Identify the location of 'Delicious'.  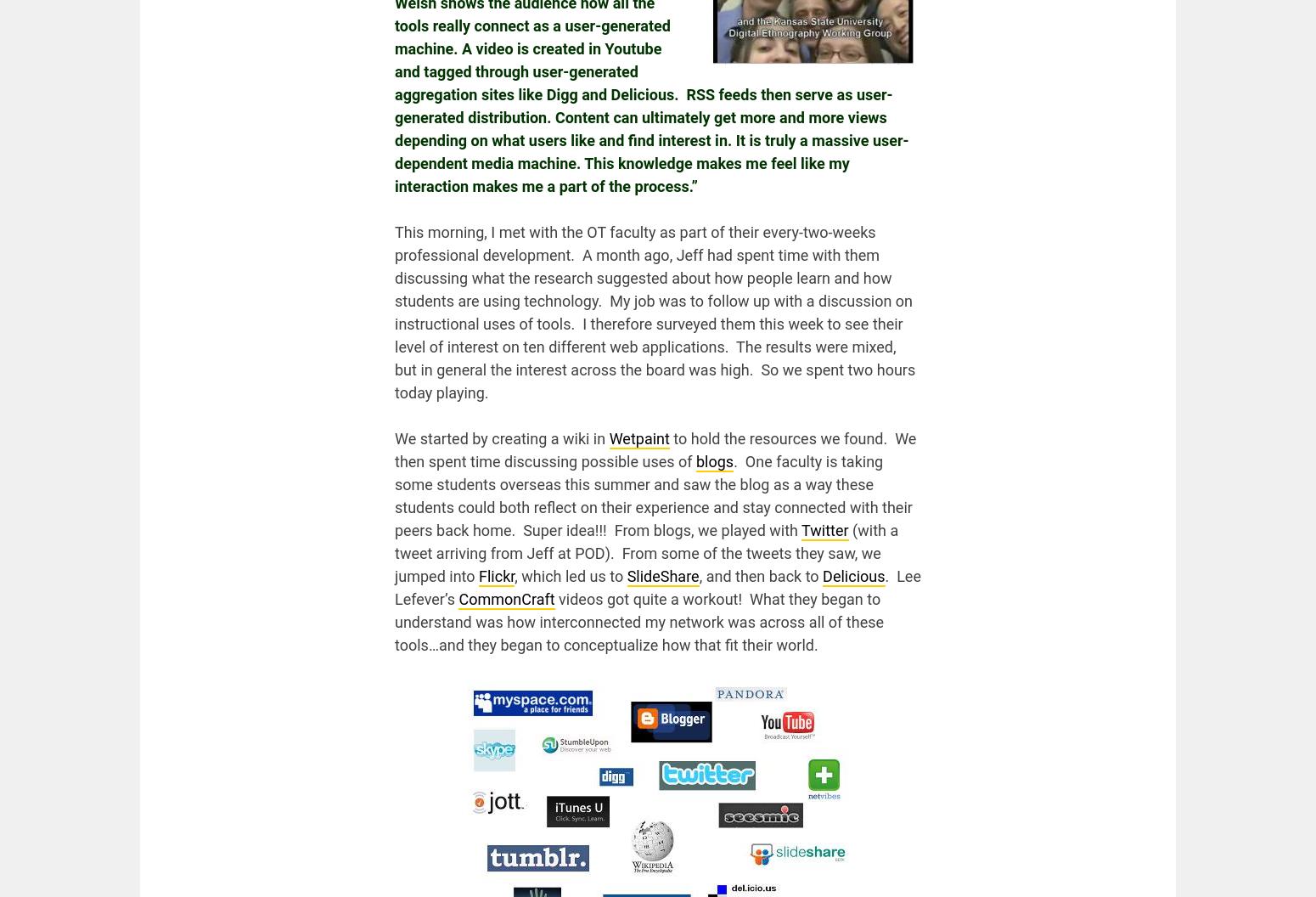
(852, 576).